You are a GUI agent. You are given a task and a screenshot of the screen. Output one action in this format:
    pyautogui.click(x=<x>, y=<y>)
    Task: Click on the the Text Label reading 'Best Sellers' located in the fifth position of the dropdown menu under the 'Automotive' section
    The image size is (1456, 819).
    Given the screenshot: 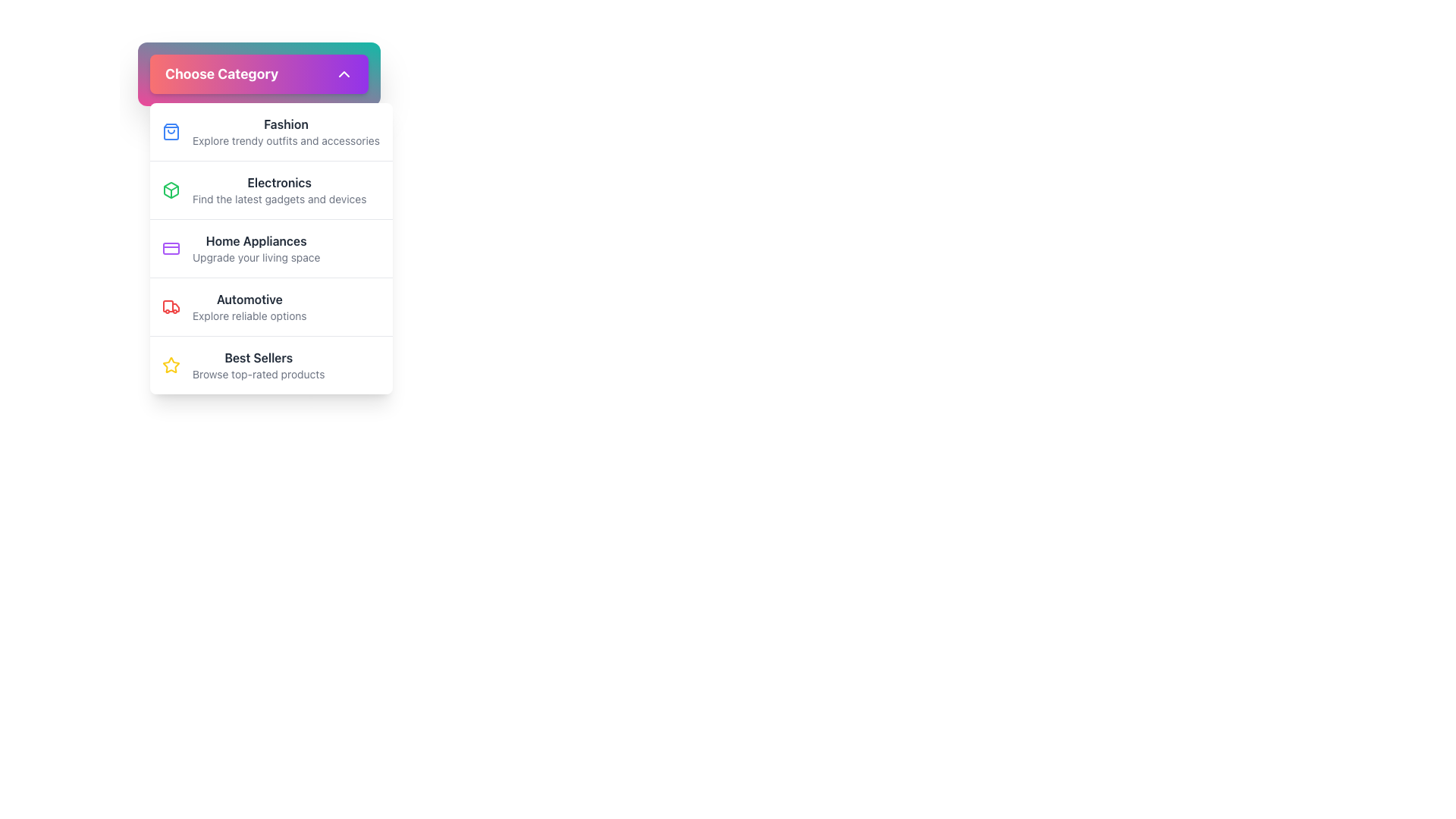 What is the action you would take?
    pyautogui.click(x=259, y=357)
    